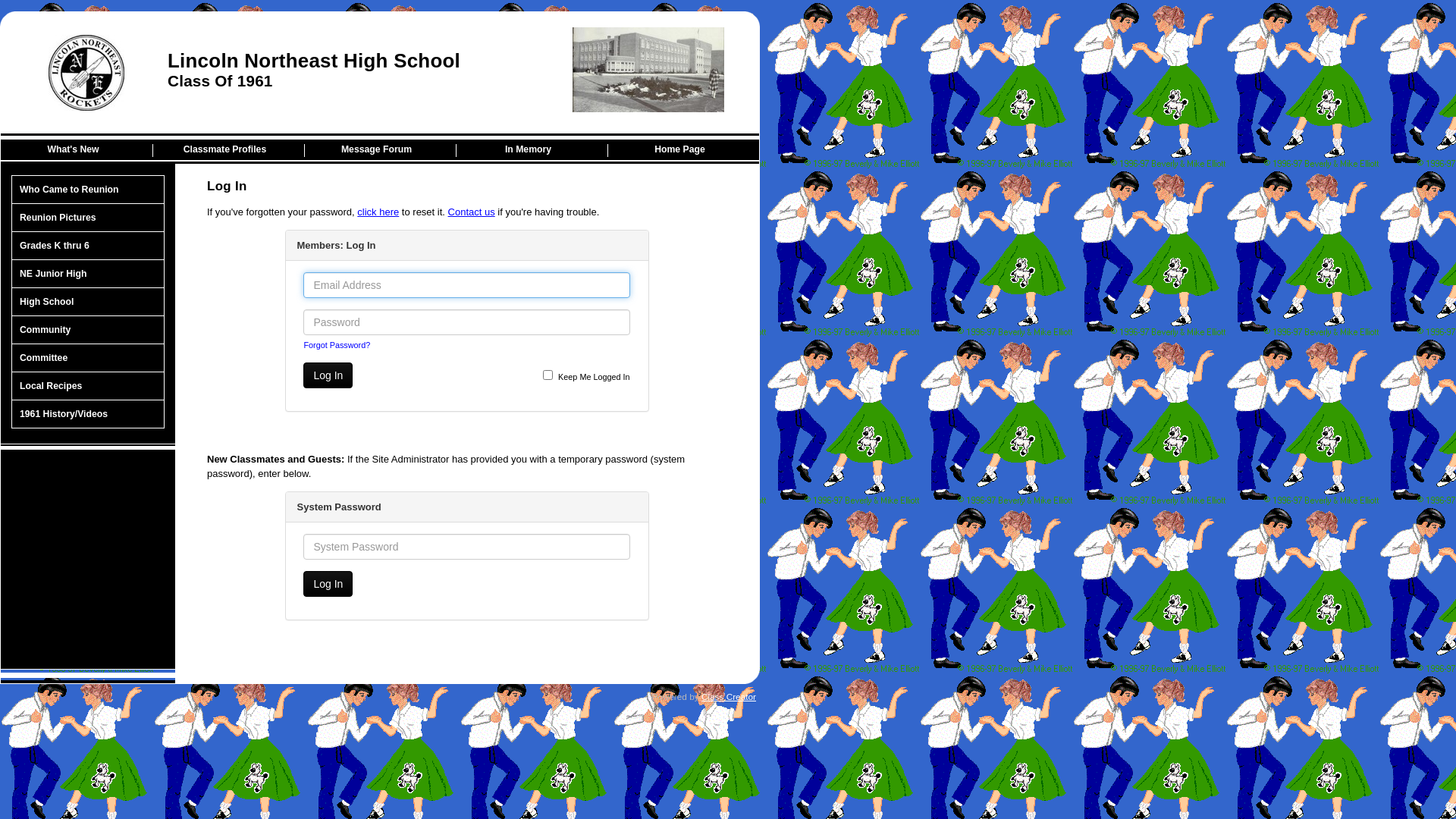  Describe the element at coordinates (682, 149) in the screenshot. I see `'Home Page'` at that location.